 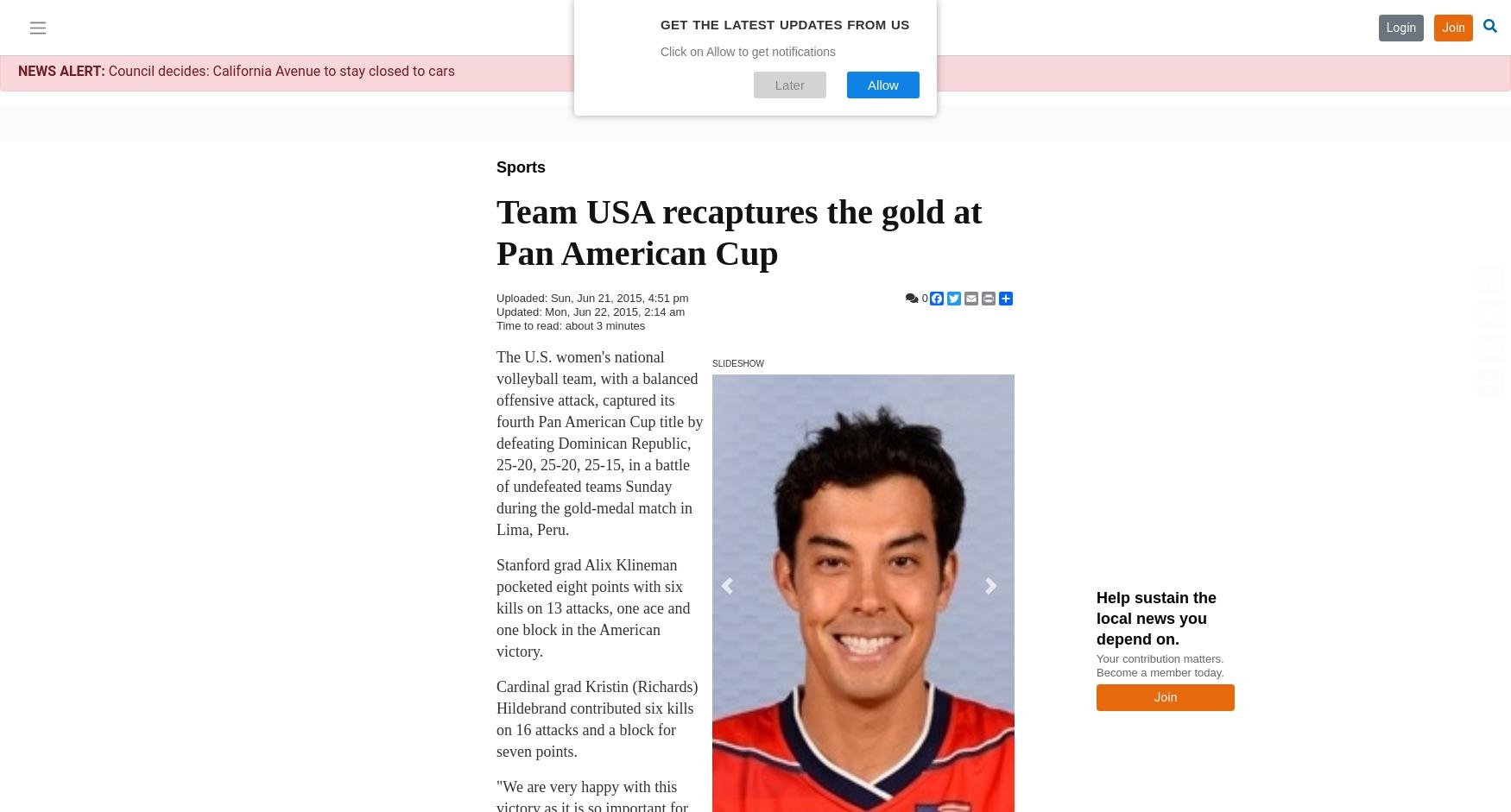 What do you see at coordinates (597, 718) in the screenshot?
I see `'Cardinal grad Kristin (Richards) Hildebrand contributed six kills on 16 attacks and a block for seven points.'` at bounding box center [597, 718].